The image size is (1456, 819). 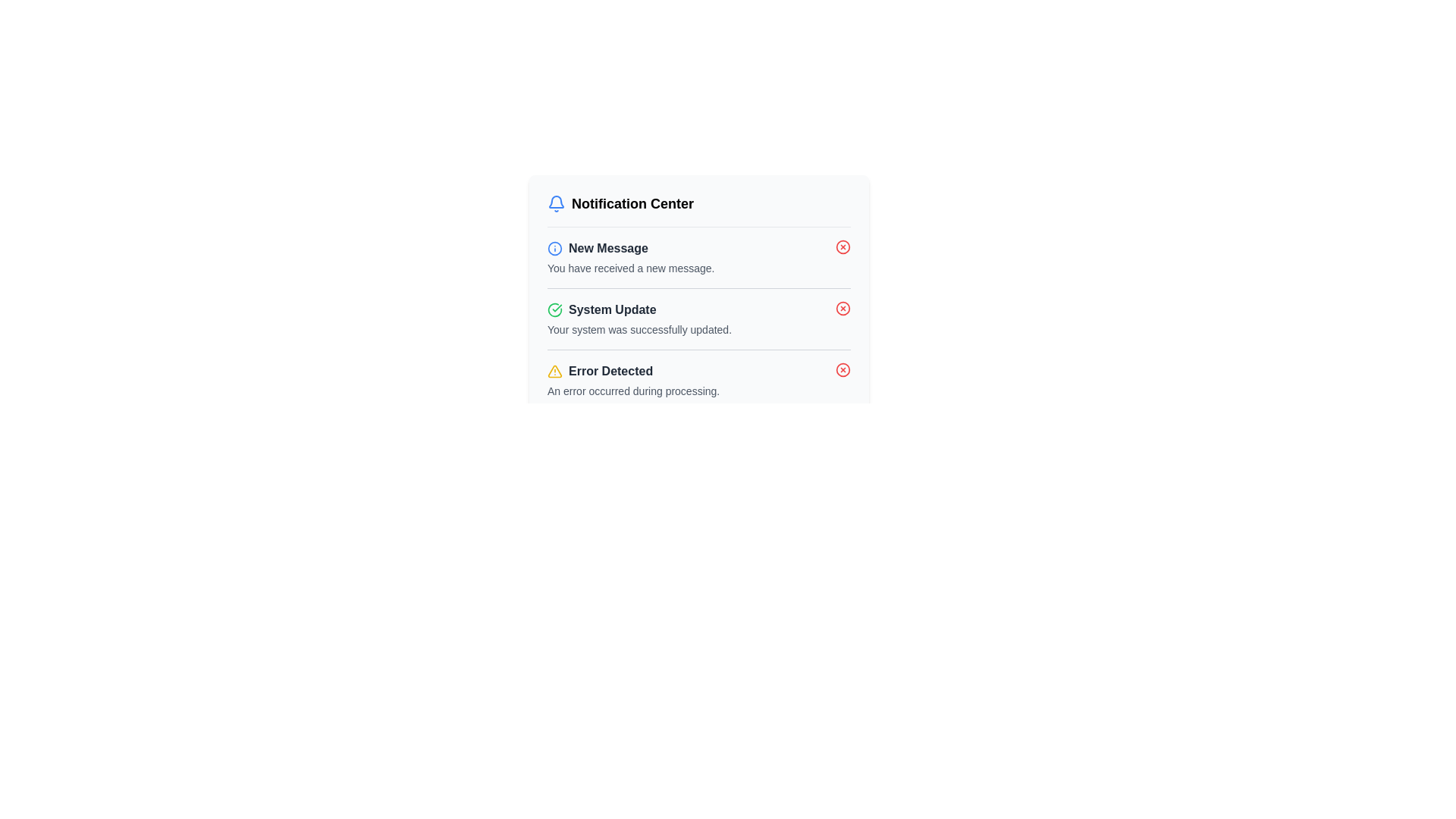 I want to click on the red circled cross icon button adjacent to the label 'Error Detected', so click(x=843, y=370).